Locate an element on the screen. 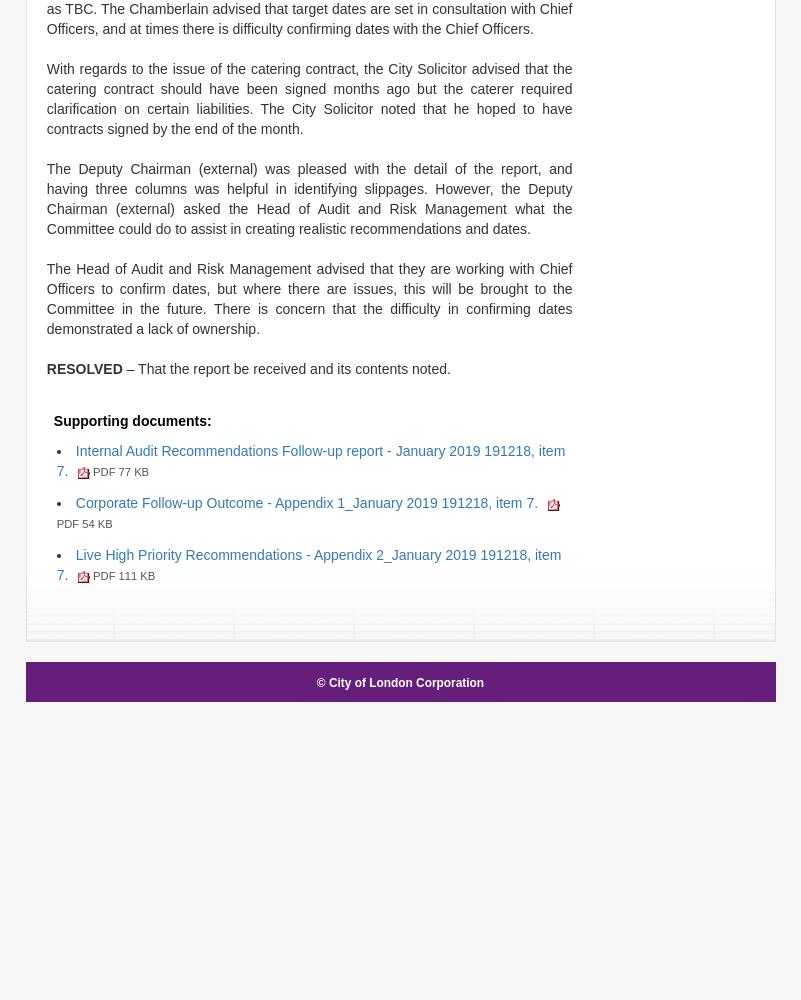  'PDF 111 KB' is located at coordinates (120, 574).